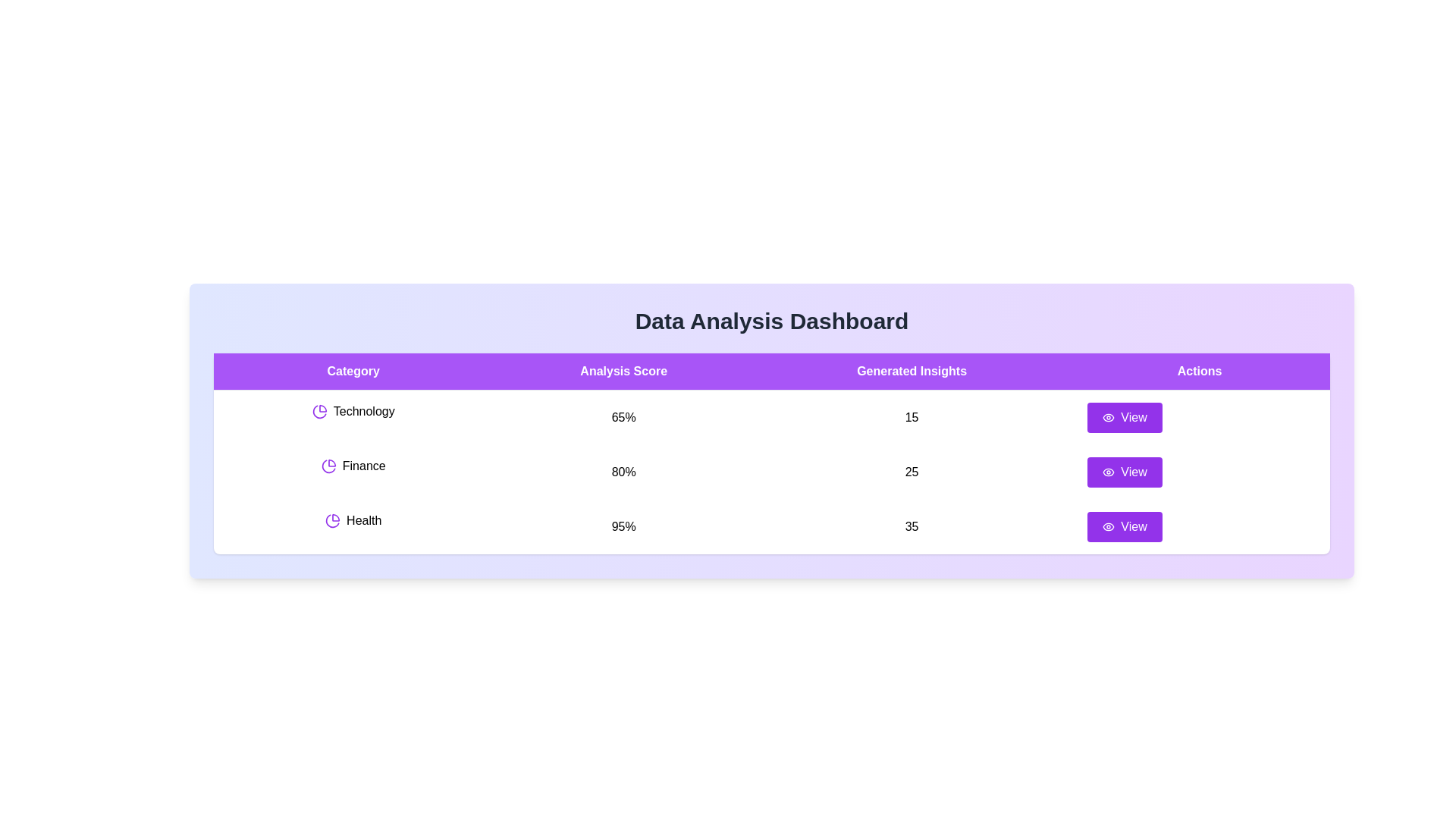 Image resolution: width=1456 pixels, height=819 pixels. What do you see at coordinates (1125, 472) in the screenshot?
I see `'View' button for the row corresponding to Finance` at bounding box center [1125, 472].